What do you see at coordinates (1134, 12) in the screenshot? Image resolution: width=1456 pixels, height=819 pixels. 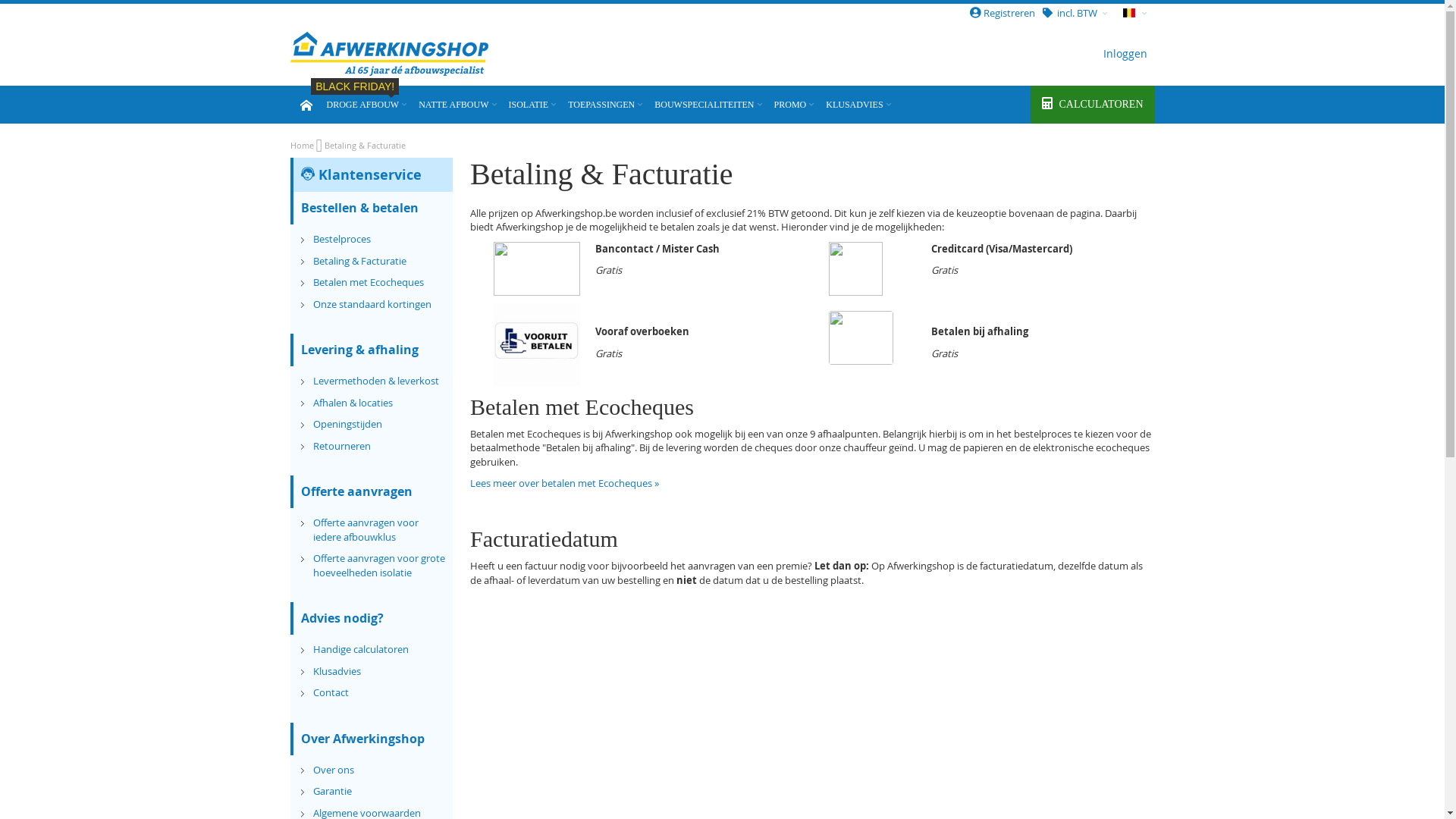 I see `'Taal'` at bounding box center [1134, 12].